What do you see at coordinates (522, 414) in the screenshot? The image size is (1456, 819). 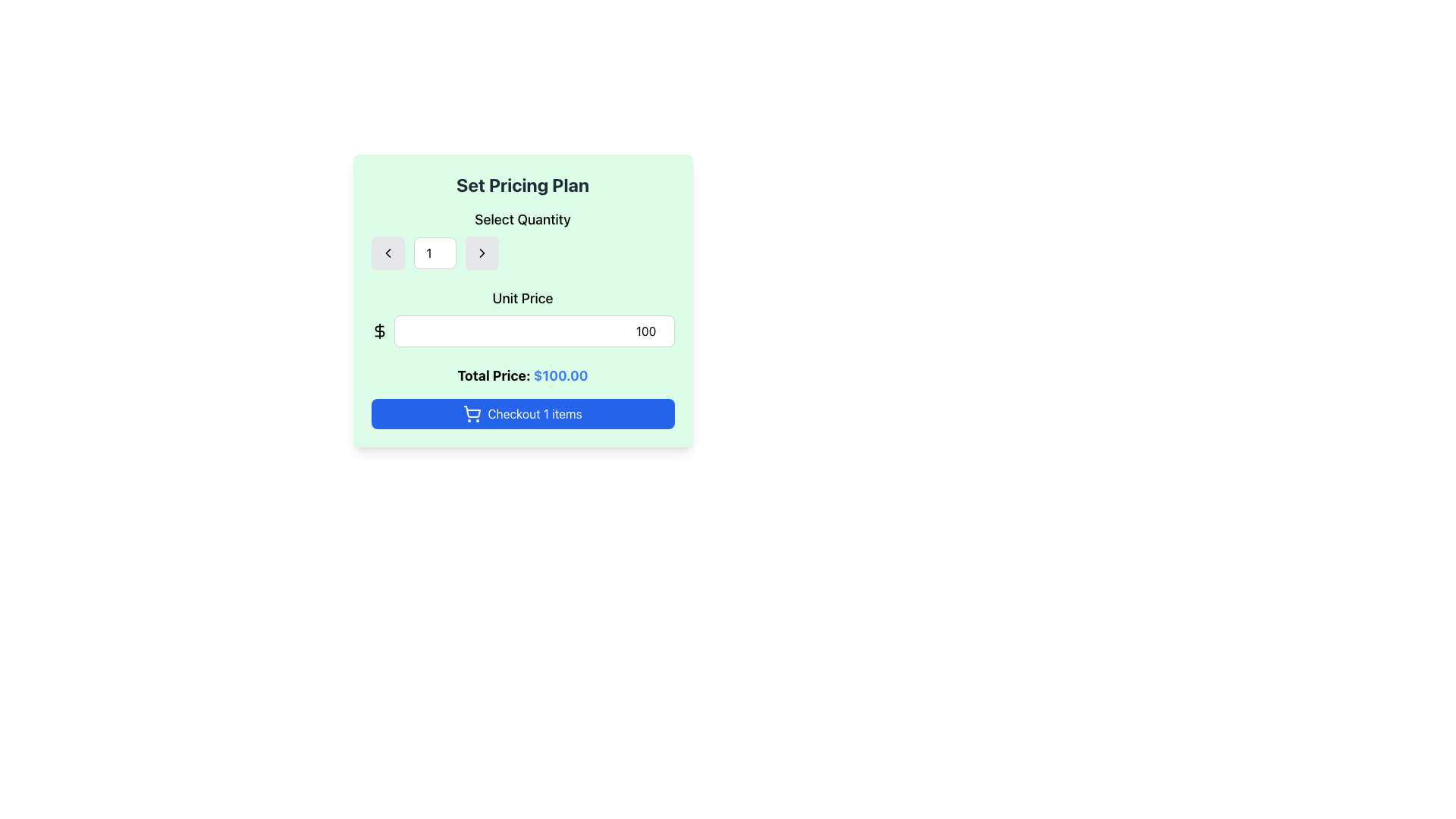 I see `the 'Checkout 1 items' button, which is a horizontally elongated button with a blue background and white text, located at the bottom of the green panel labeled 'Set Pricing Plan'` at bounding box center [522, 414].